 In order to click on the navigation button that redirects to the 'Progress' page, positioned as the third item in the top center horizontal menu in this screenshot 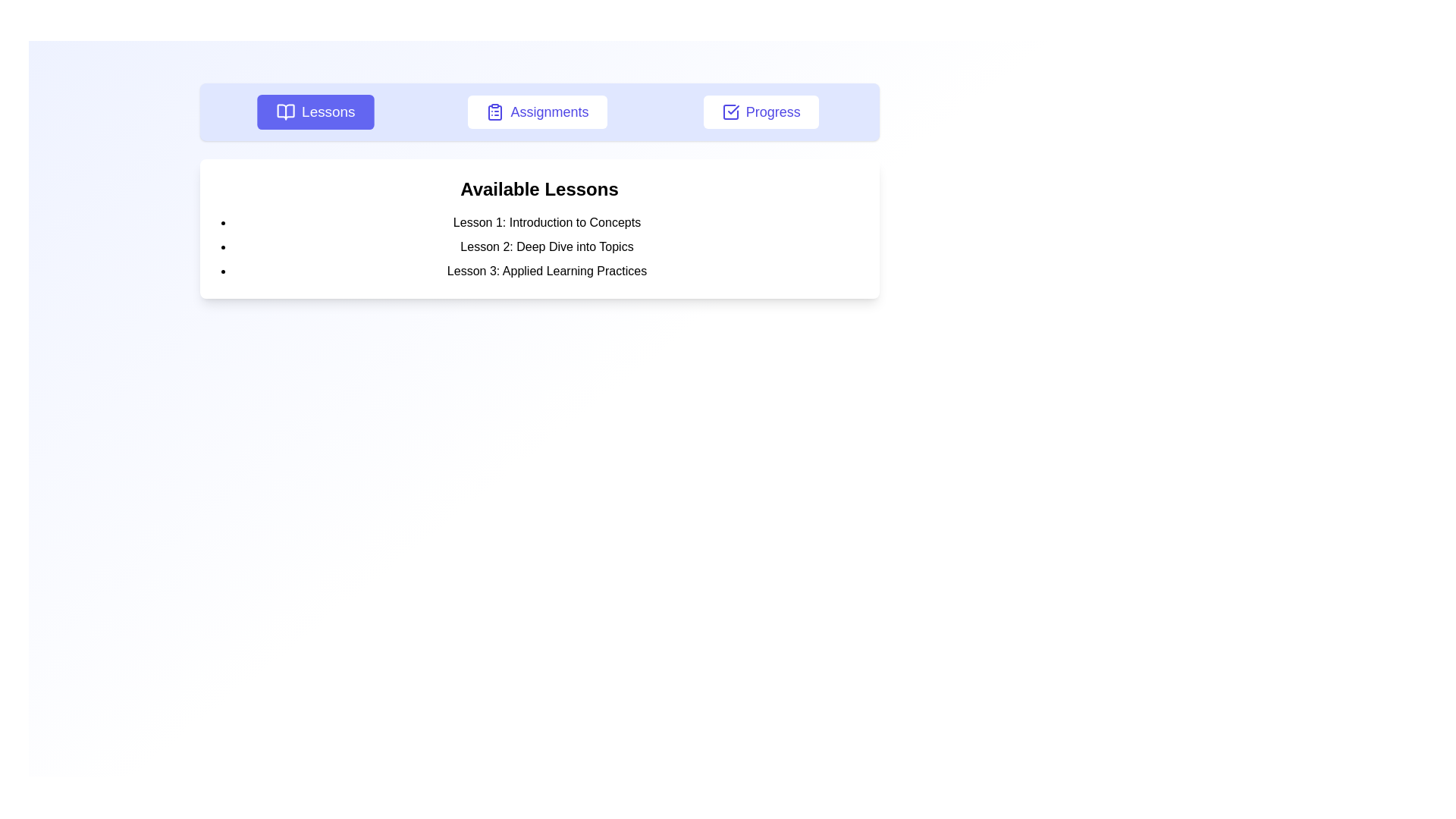, I will do `click(761, 111)`.